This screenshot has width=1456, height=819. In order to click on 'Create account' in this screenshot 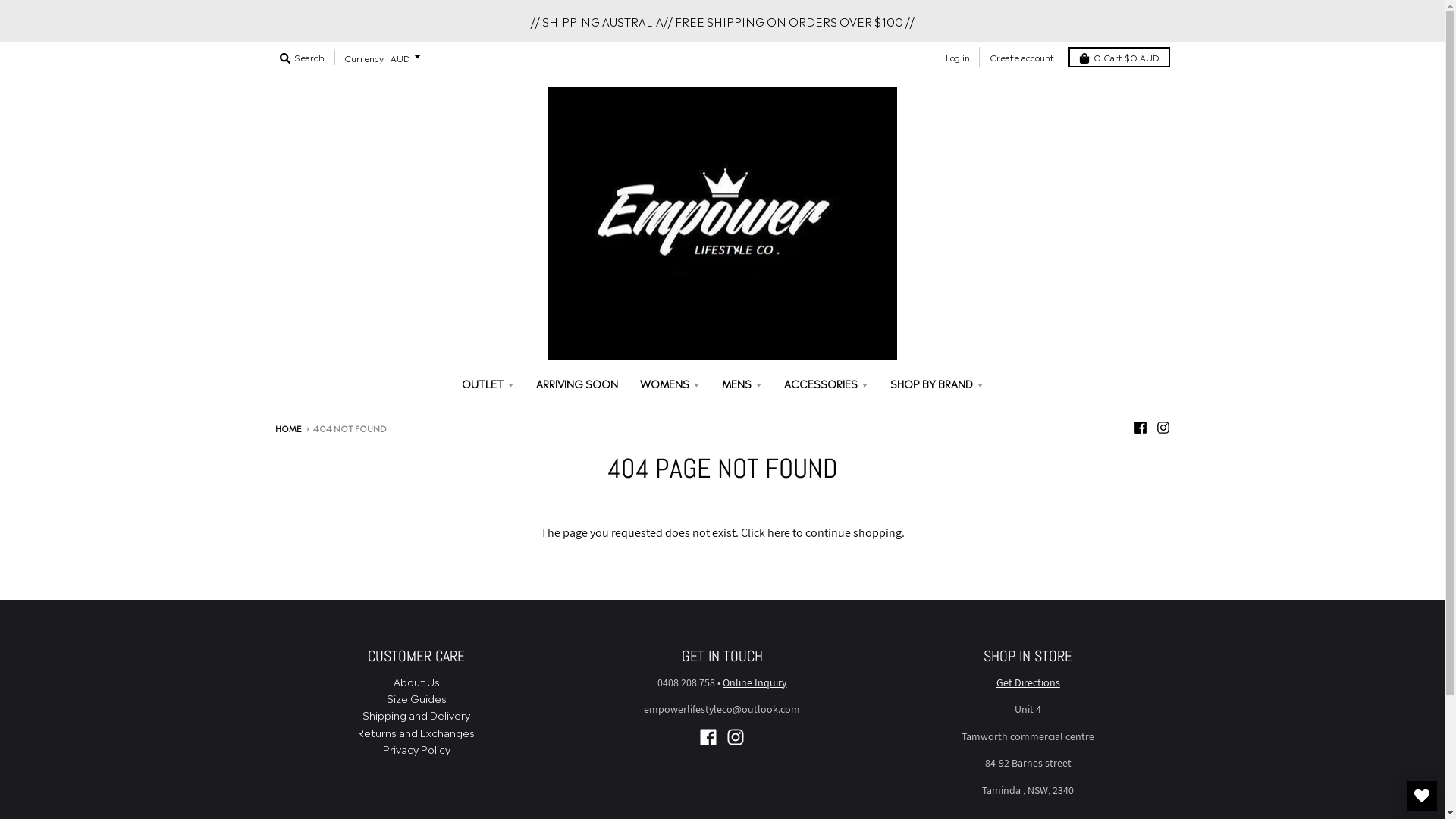, I will do `click(1021, 56)`.